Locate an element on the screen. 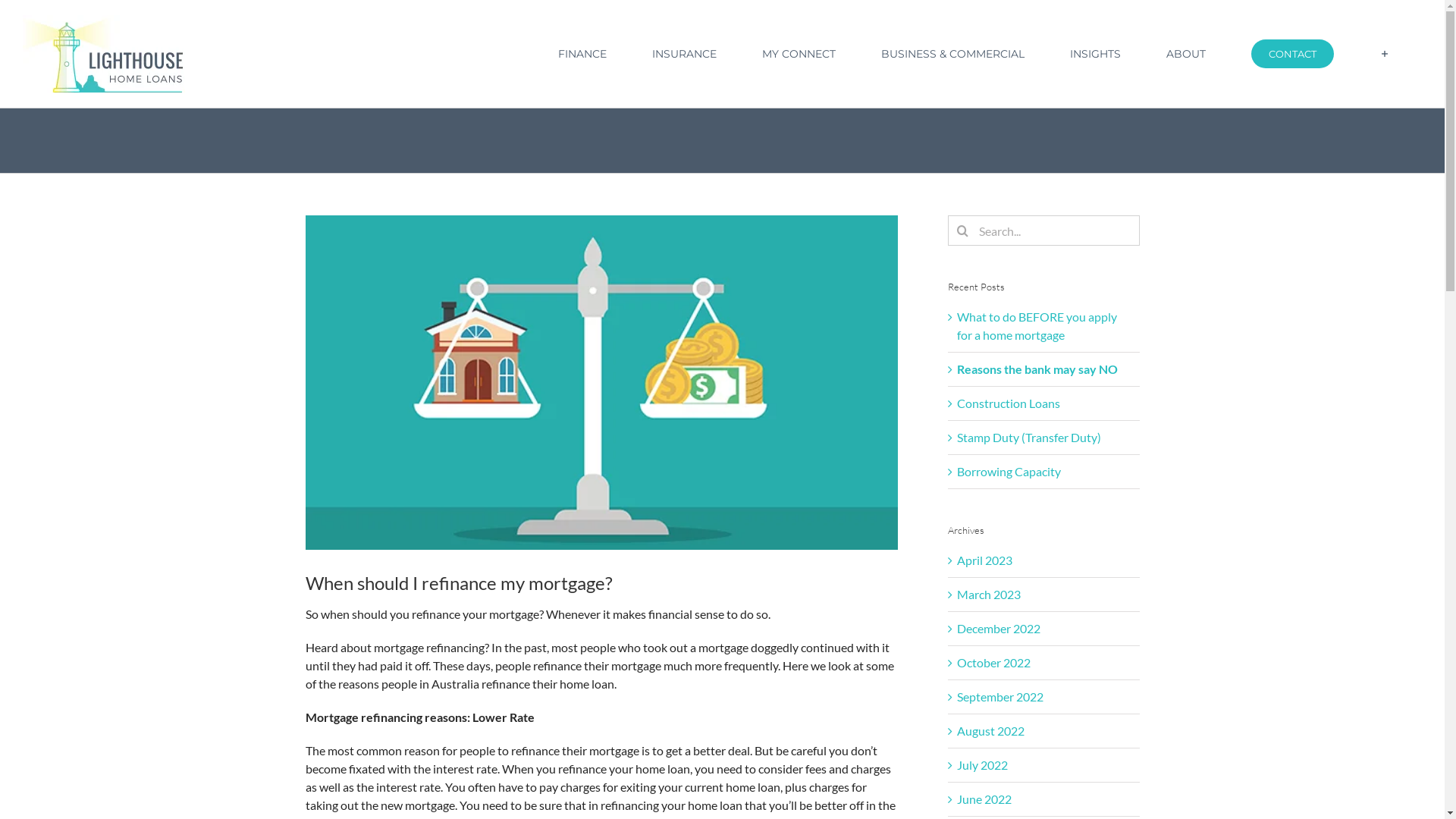 The width and height of the screenshot is (1456, 819). 'Borrowing Capacity' is located at coordinates (1009, 470).